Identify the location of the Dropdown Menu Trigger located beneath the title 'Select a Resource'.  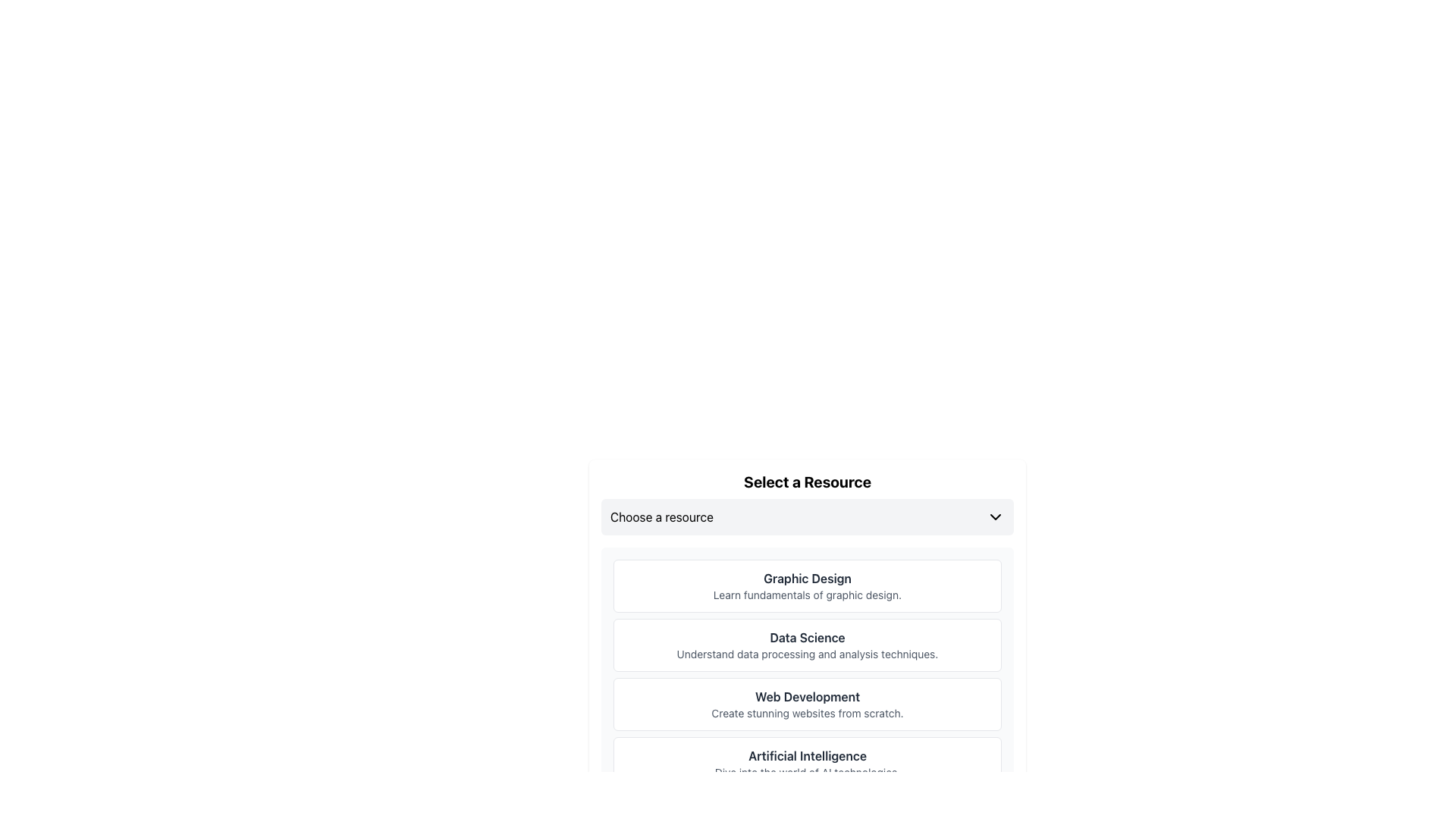
(807, 516).